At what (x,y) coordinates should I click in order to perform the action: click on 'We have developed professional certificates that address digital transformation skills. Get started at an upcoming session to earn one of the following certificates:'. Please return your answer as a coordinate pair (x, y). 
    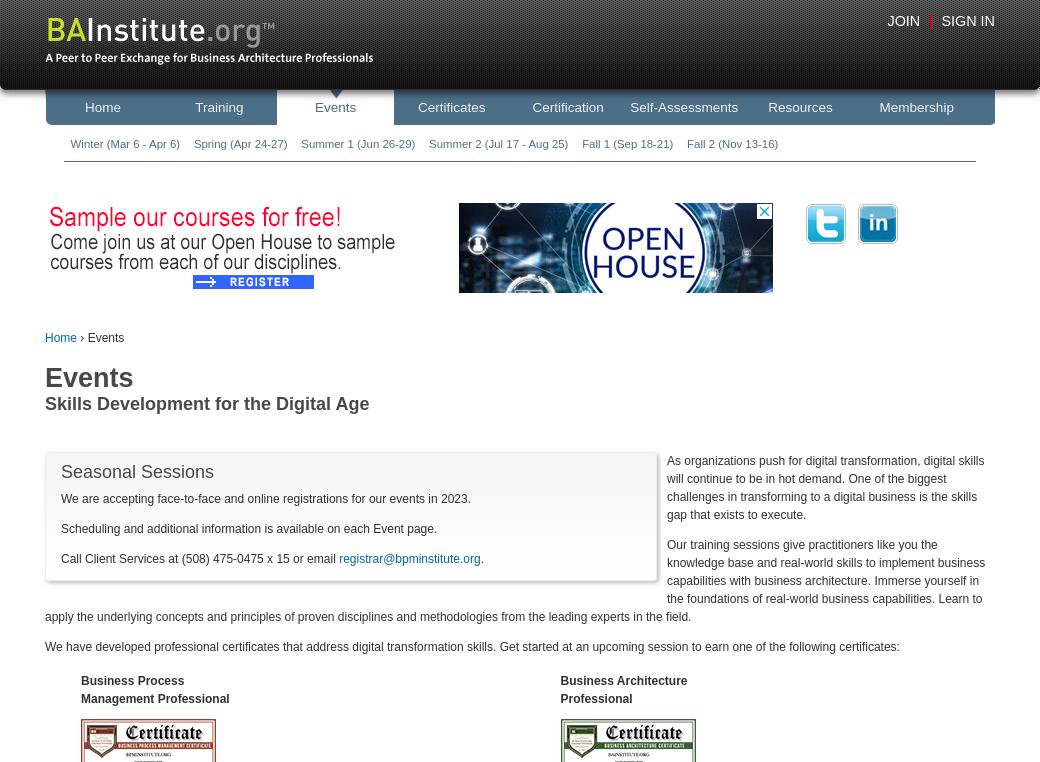
    Looking at the image, I should click on (471, 645).